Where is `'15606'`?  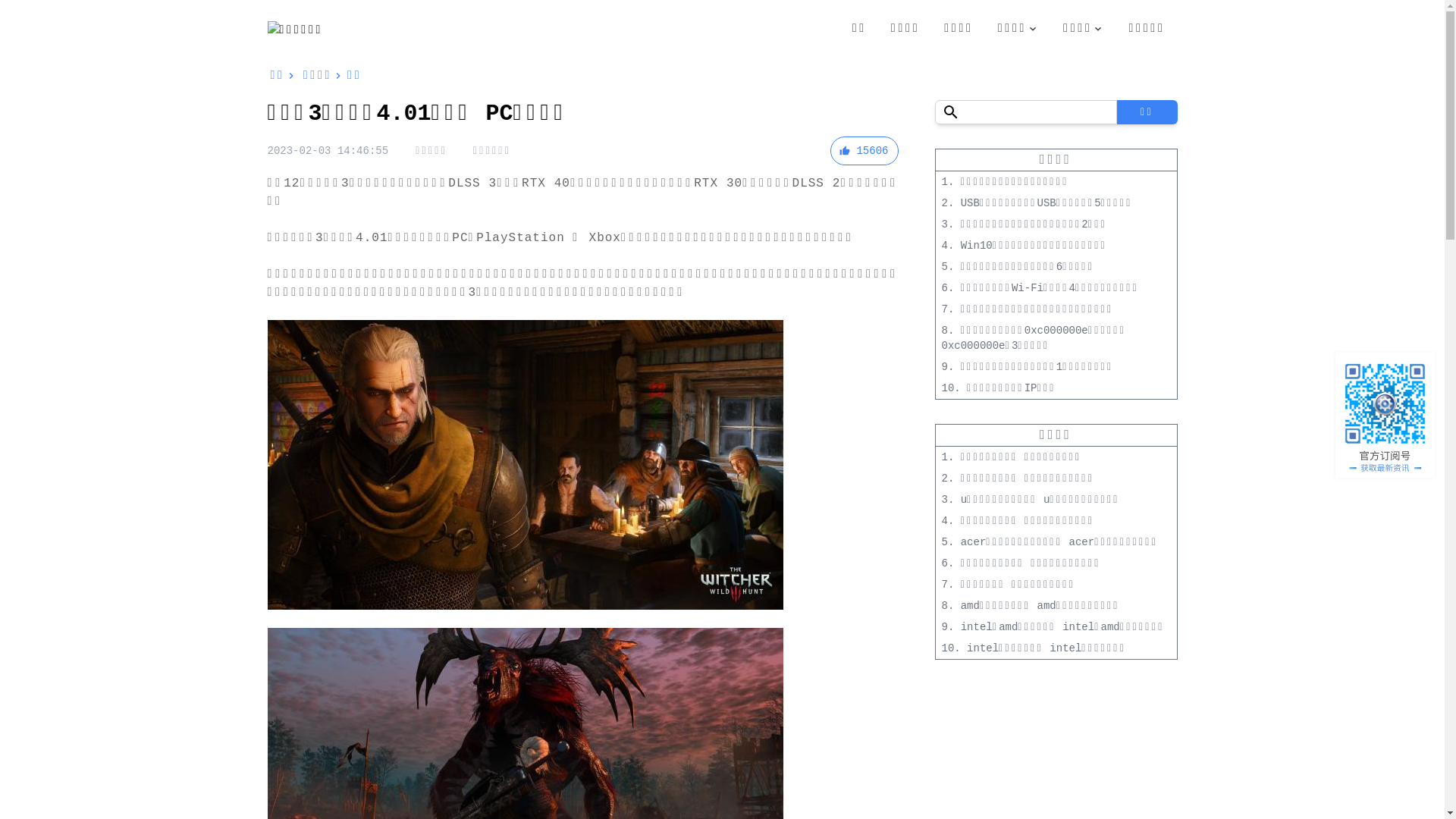 '15606' is located at coordinates (863, 151).